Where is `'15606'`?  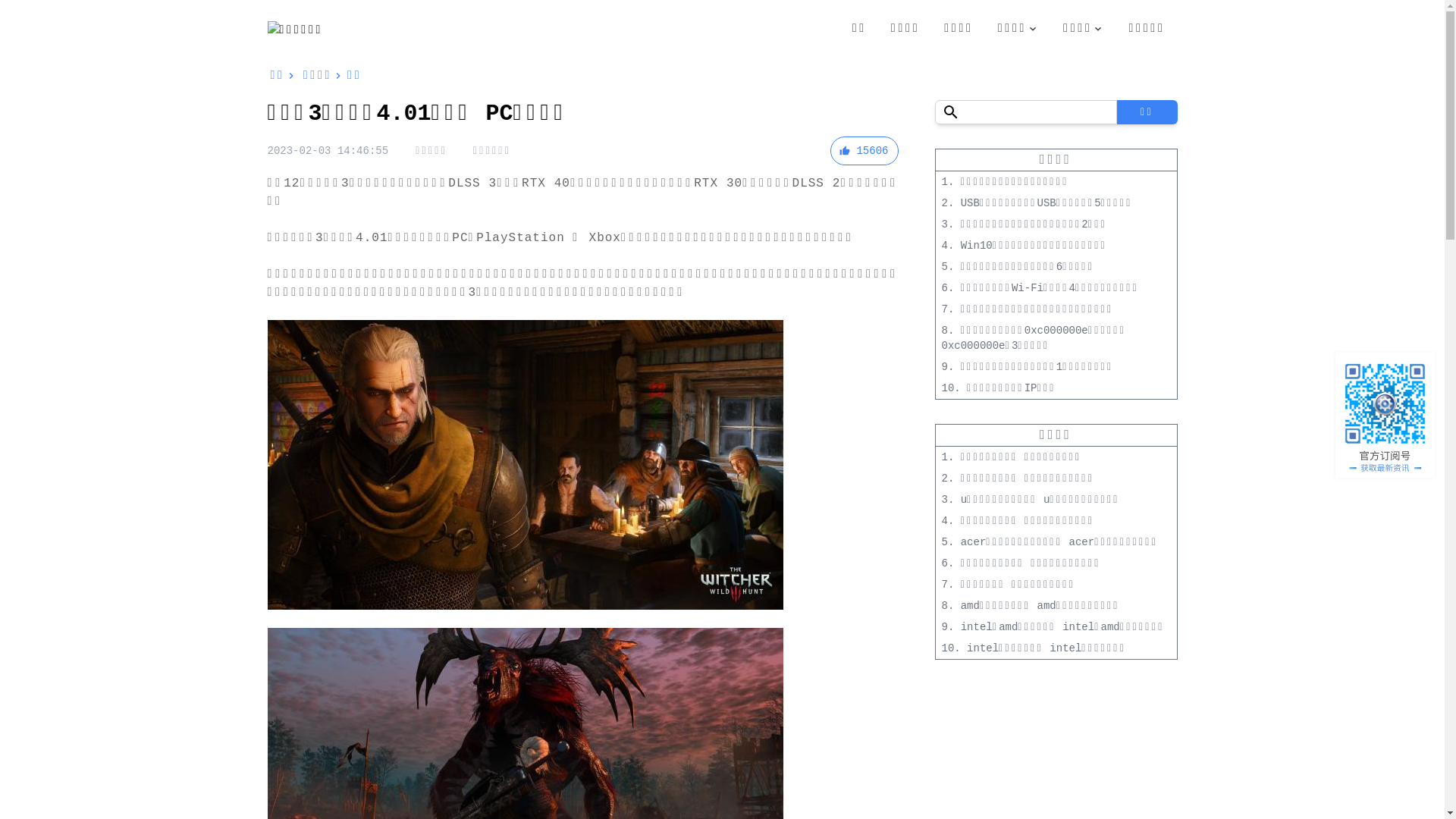 '15606' is located at coordinates (863, 151).